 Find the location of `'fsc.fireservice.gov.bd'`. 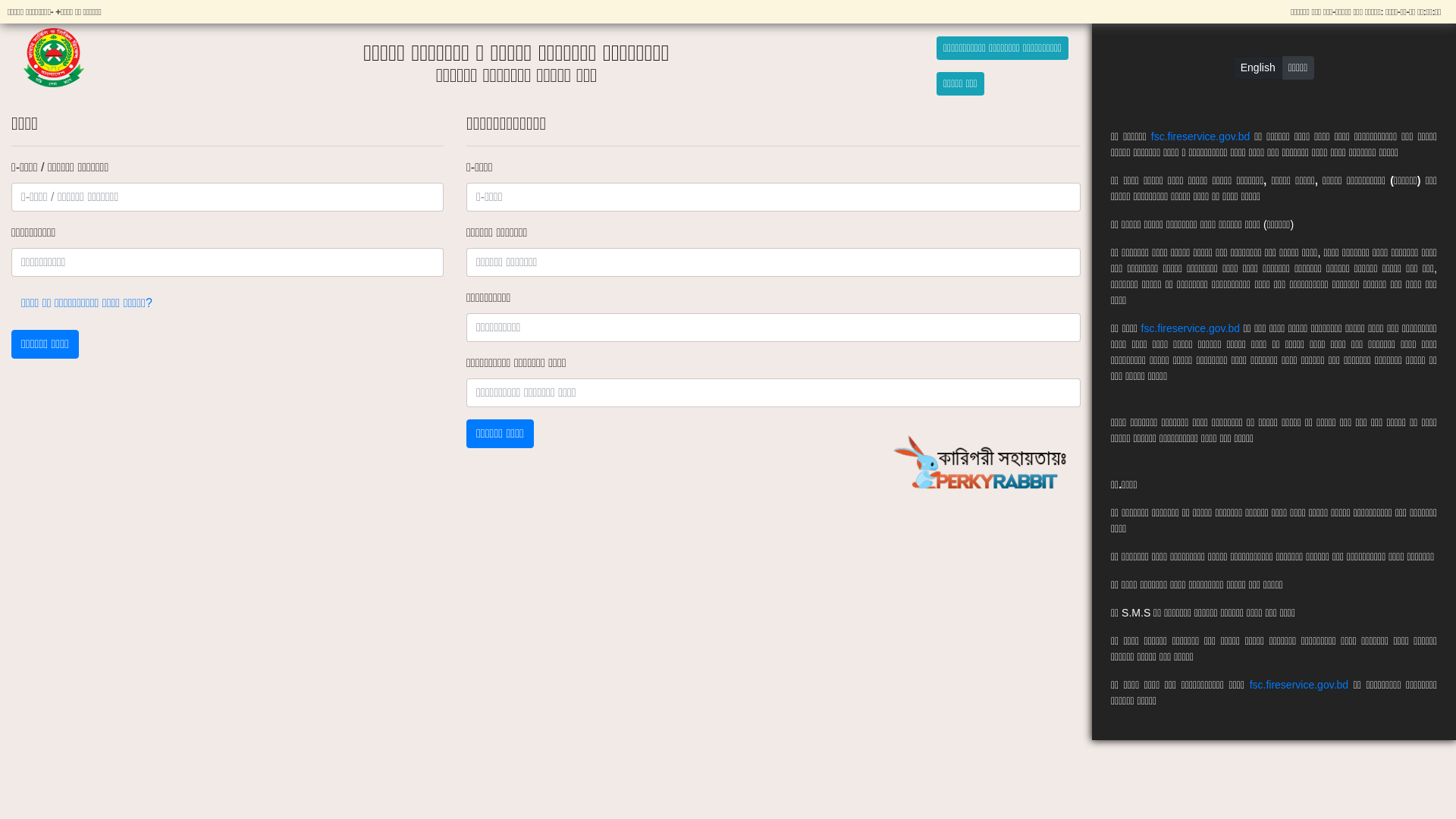

'fsc.fireservice.gov.bd' is located at coordinates (1298, 684).